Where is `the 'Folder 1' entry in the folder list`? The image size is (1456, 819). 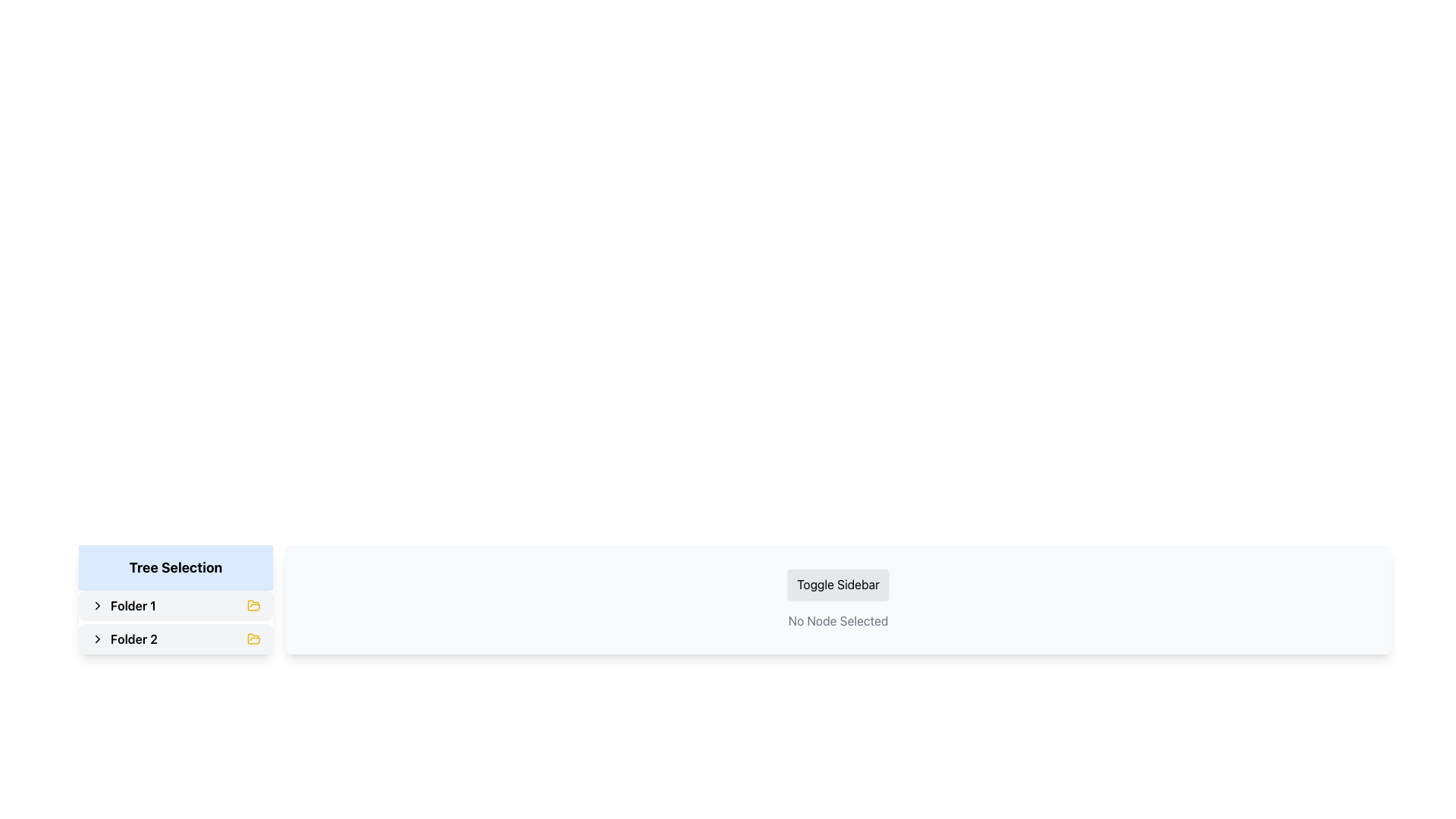 the 'Folder 1' entry in the folder list is located at coordinates (175, 604).